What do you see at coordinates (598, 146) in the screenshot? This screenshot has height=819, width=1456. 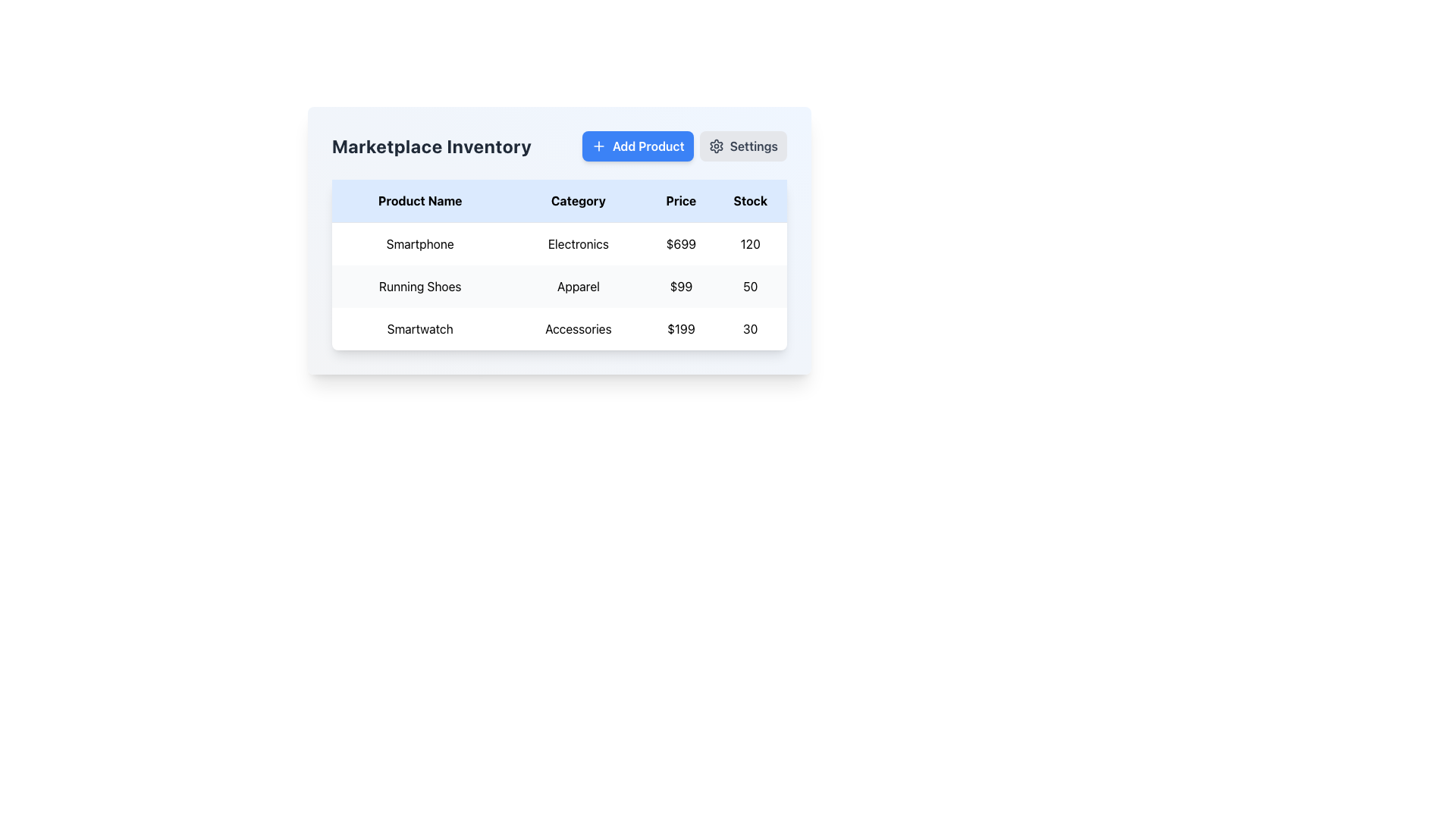 I see `the blue 'Add Product' button, which is located to the right of the plus sign icon in the toolbar above the product table` at bounding box center [598, 146].